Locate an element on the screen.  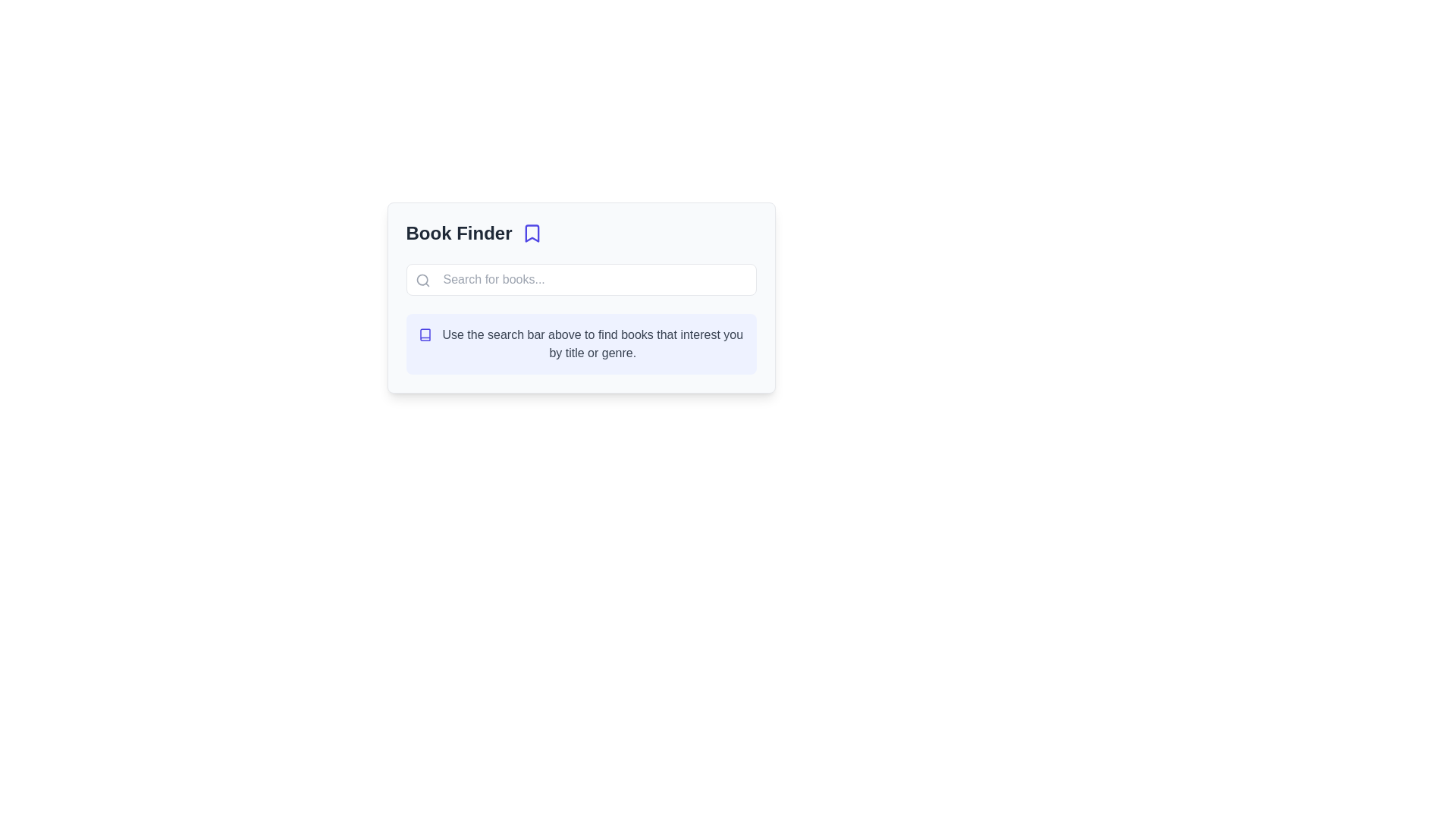
the bookmark icon, which is shaped like a bookmark with a pointed bottom and a cutout on its top edge, located next to the 'Book Finder' label is located at coordinates (532, 234).